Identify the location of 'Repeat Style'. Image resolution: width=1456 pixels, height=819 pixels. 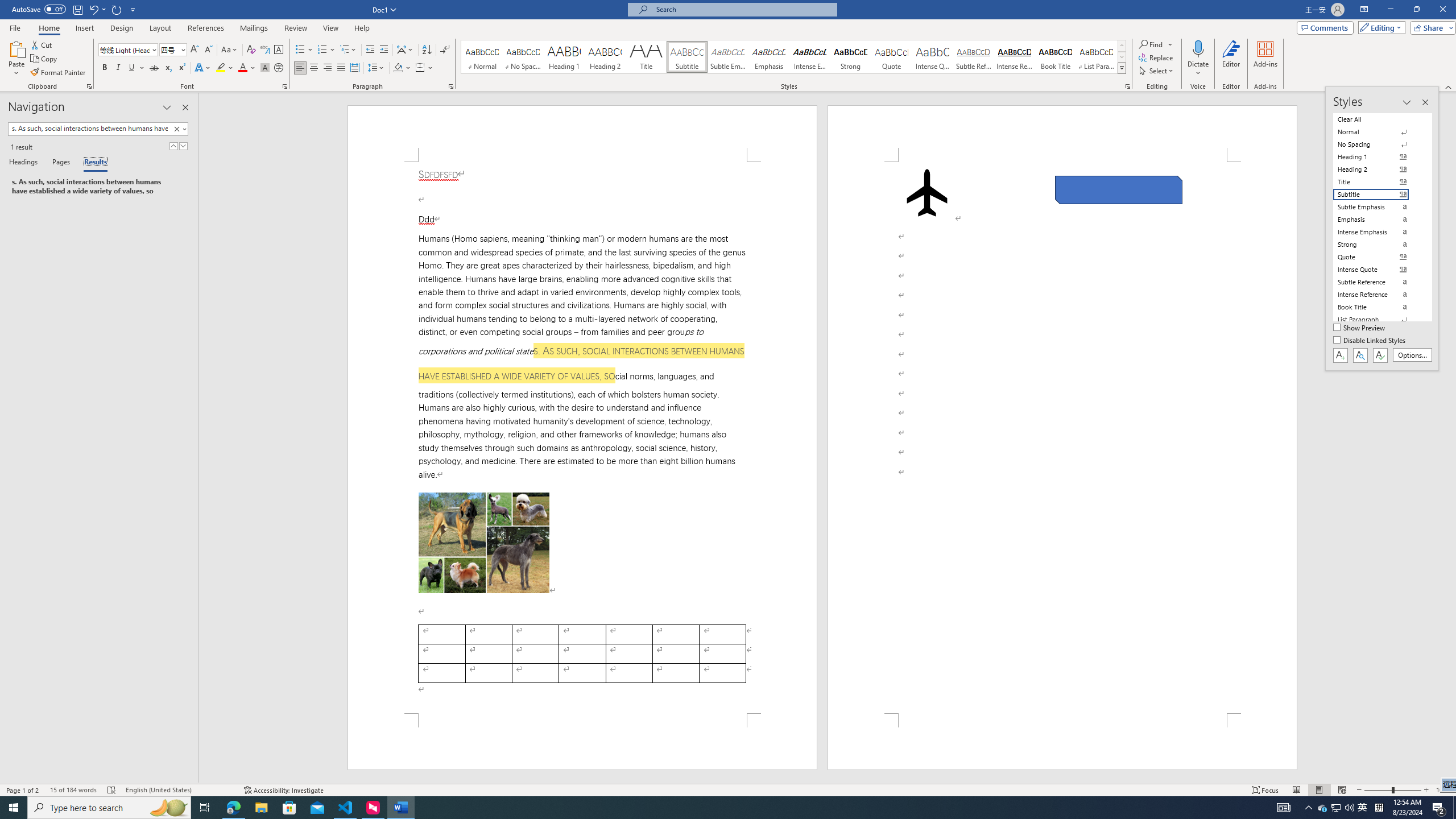
(117, 9).